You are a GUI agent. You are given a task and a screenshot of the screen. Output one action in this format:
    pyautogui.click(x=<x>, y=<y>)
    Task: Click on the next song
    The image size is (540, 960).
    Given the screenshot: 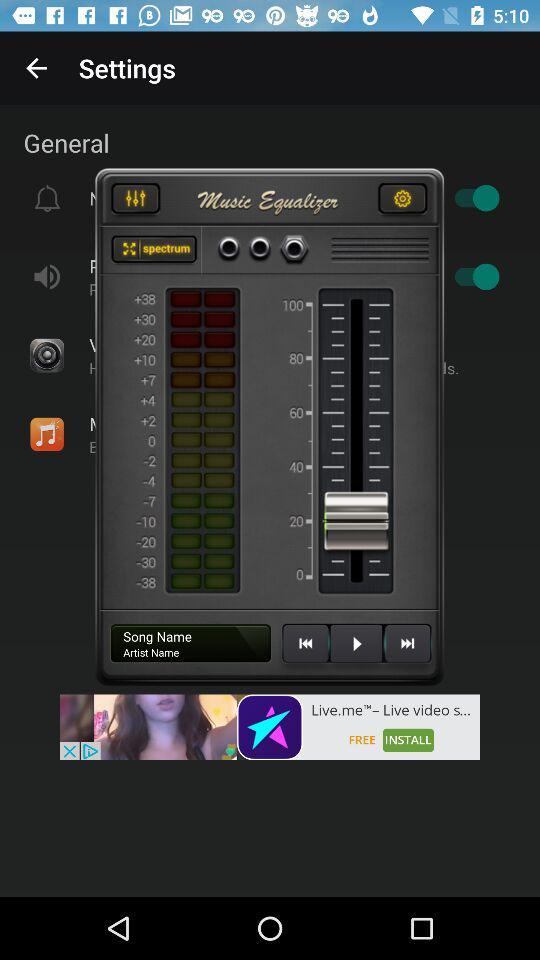 What is the action you would take?
    pyautogui.click(x=406, y=650)
    